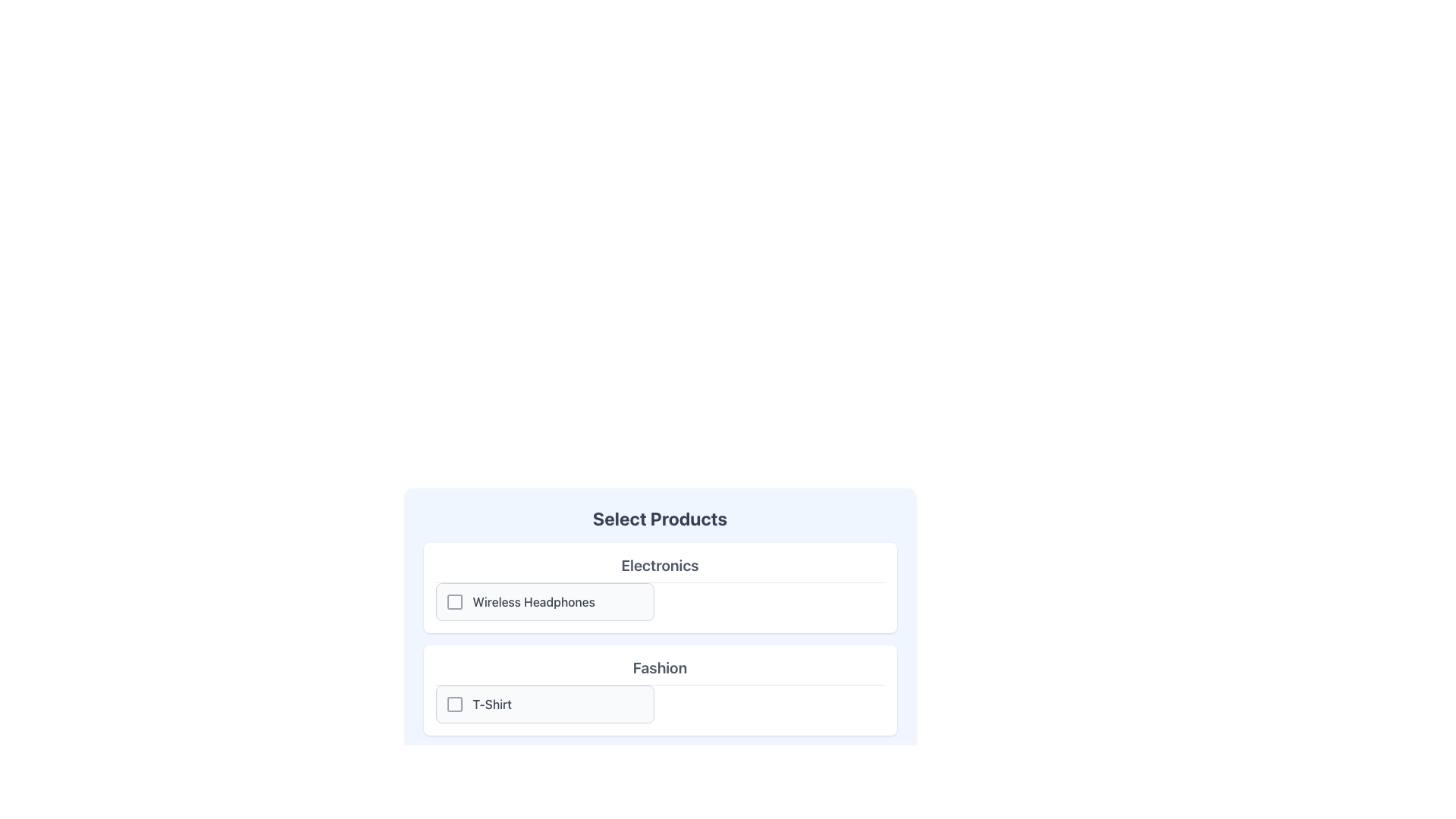 This screenshot has width=1456, height=819. Describe the element at coordinates (544, 704) in the screenshot. I see `the checkbox for the 'T-Shirt' category located in the bottom section of the 'Select Products' panel under 'Fashion'` at that location.